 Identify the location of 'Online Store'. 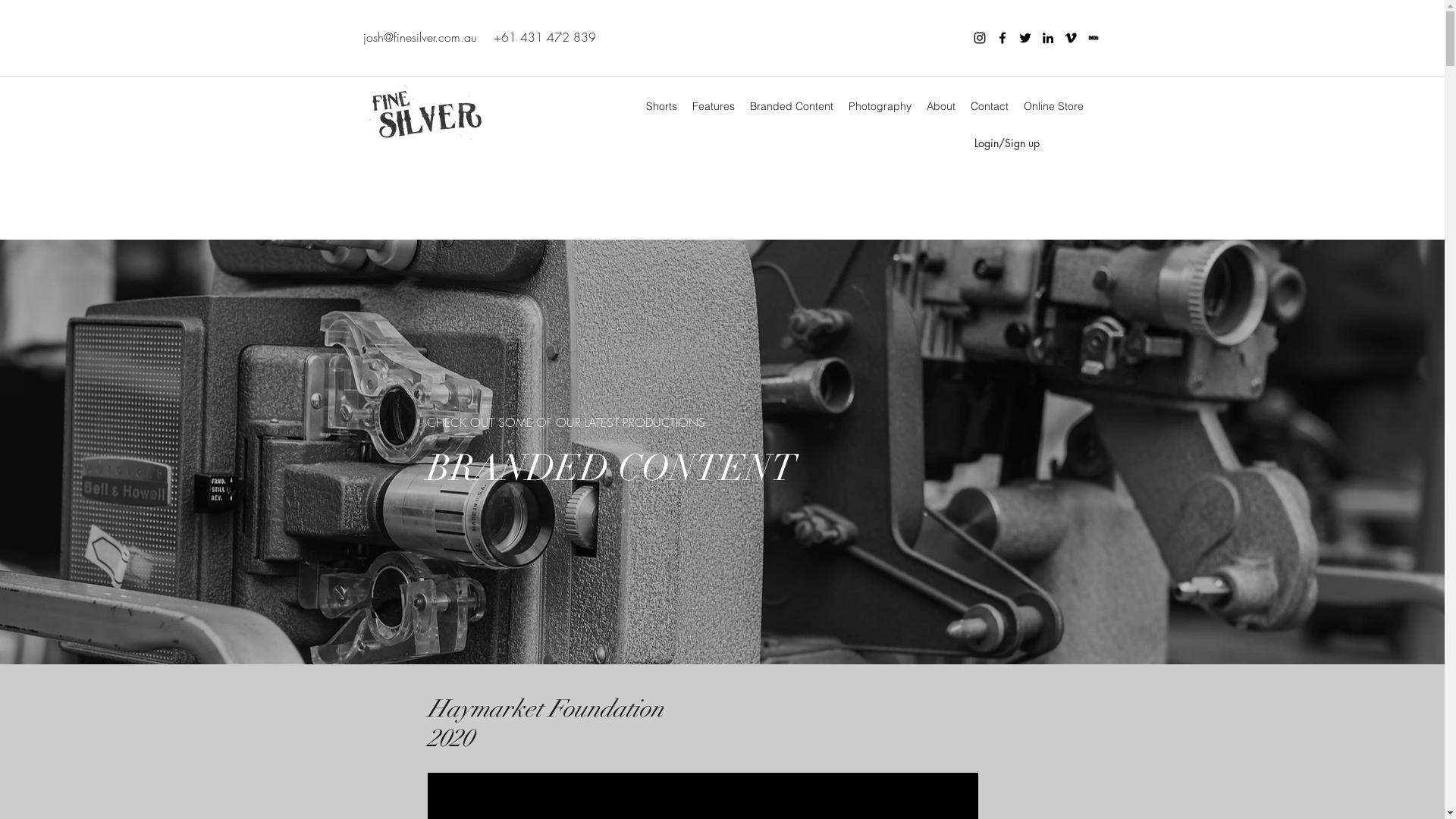
(1053, 105).